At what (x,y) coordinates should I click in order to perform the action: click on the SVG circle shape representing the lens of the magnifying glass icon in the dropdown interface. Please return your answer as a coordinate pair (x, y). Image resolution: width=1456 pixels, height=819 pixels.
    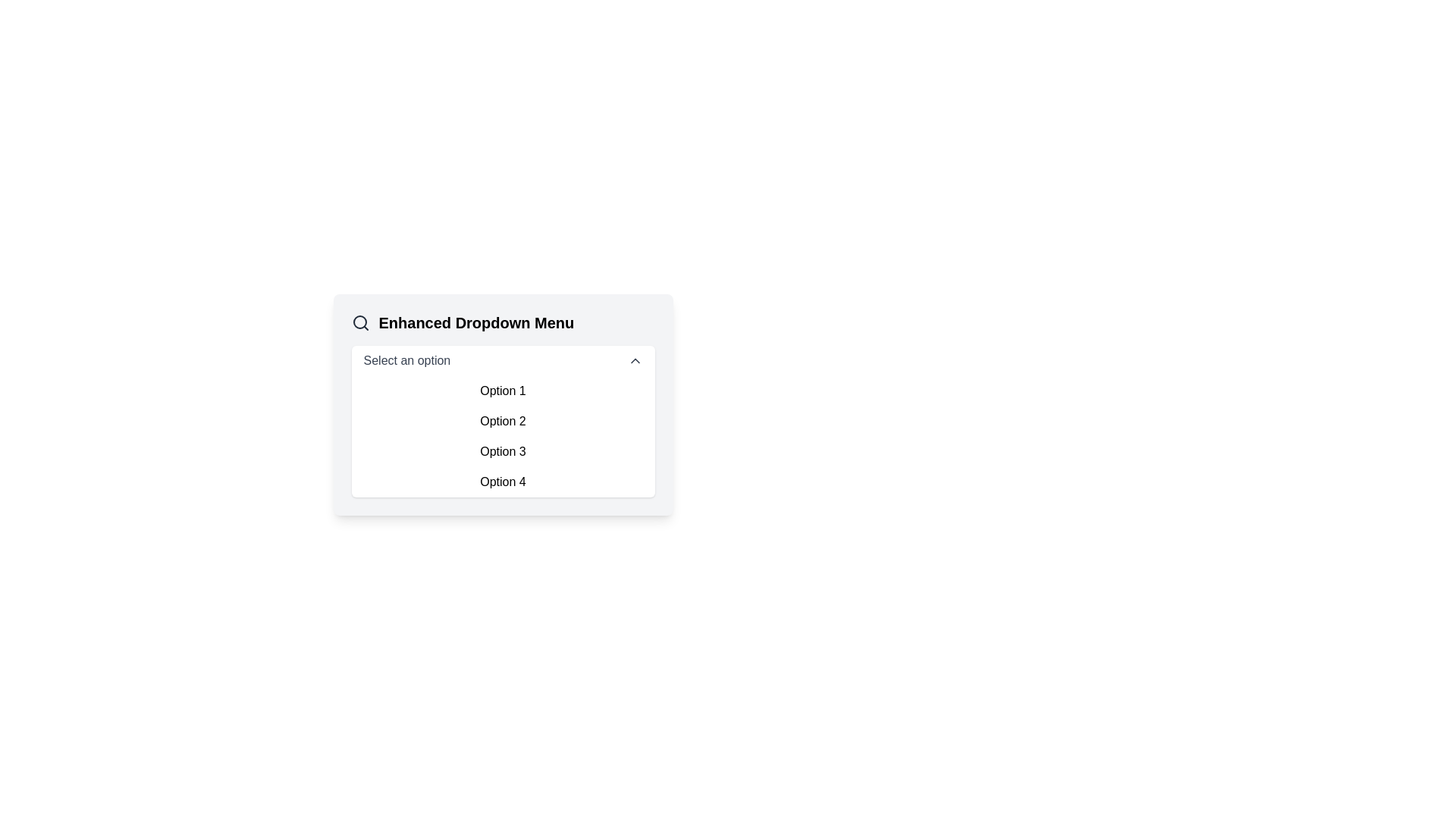
    Looking at the image, I should click on (359, 321).